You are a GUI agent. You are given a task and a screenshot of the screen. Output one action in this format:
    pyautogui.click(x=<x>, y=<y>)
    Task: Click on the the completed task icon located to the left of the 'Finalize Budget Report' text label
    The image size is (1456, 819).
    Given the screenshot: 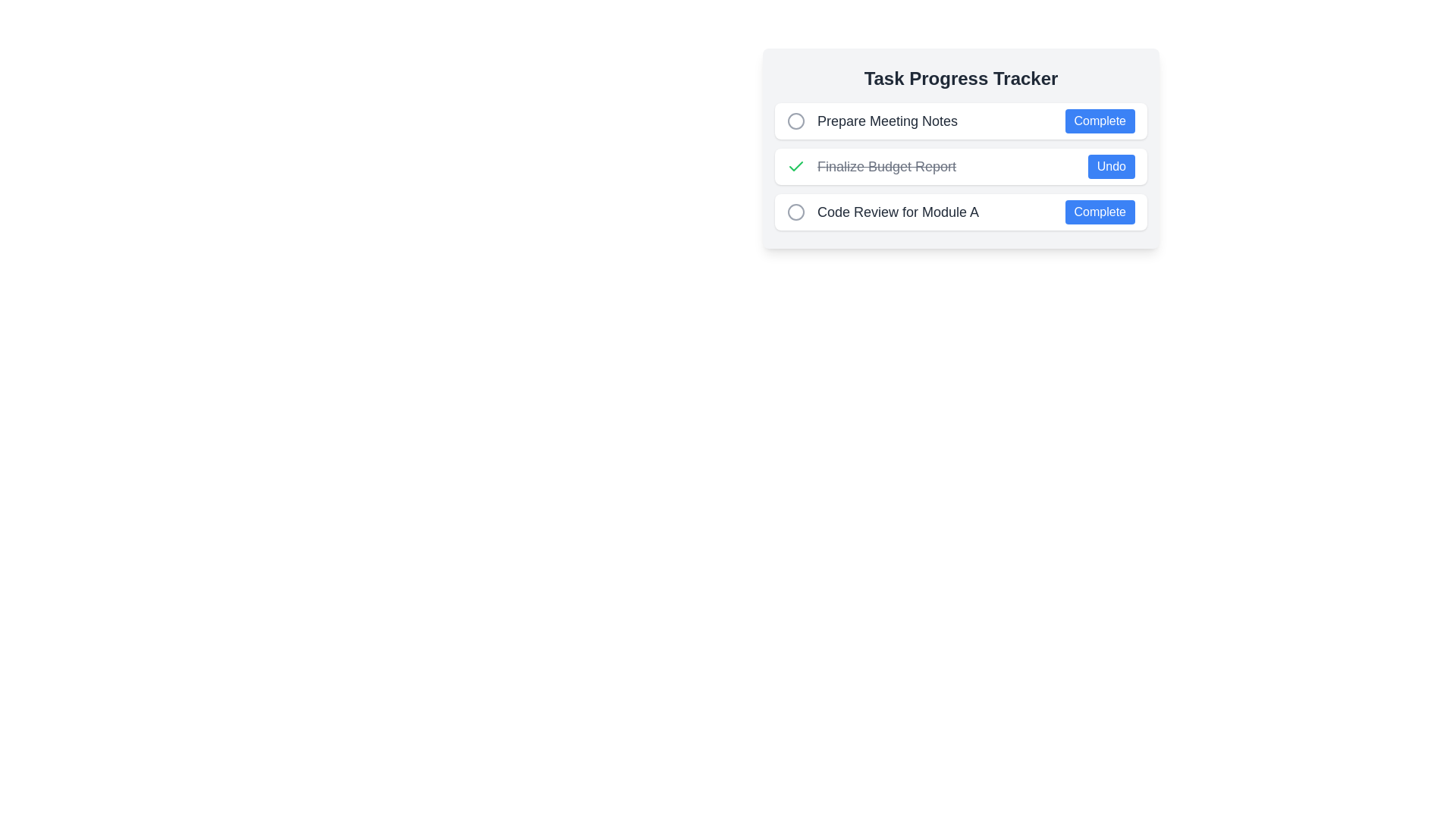 What is the action you would take?
    pyautogui.click(x=795, y=166)
    